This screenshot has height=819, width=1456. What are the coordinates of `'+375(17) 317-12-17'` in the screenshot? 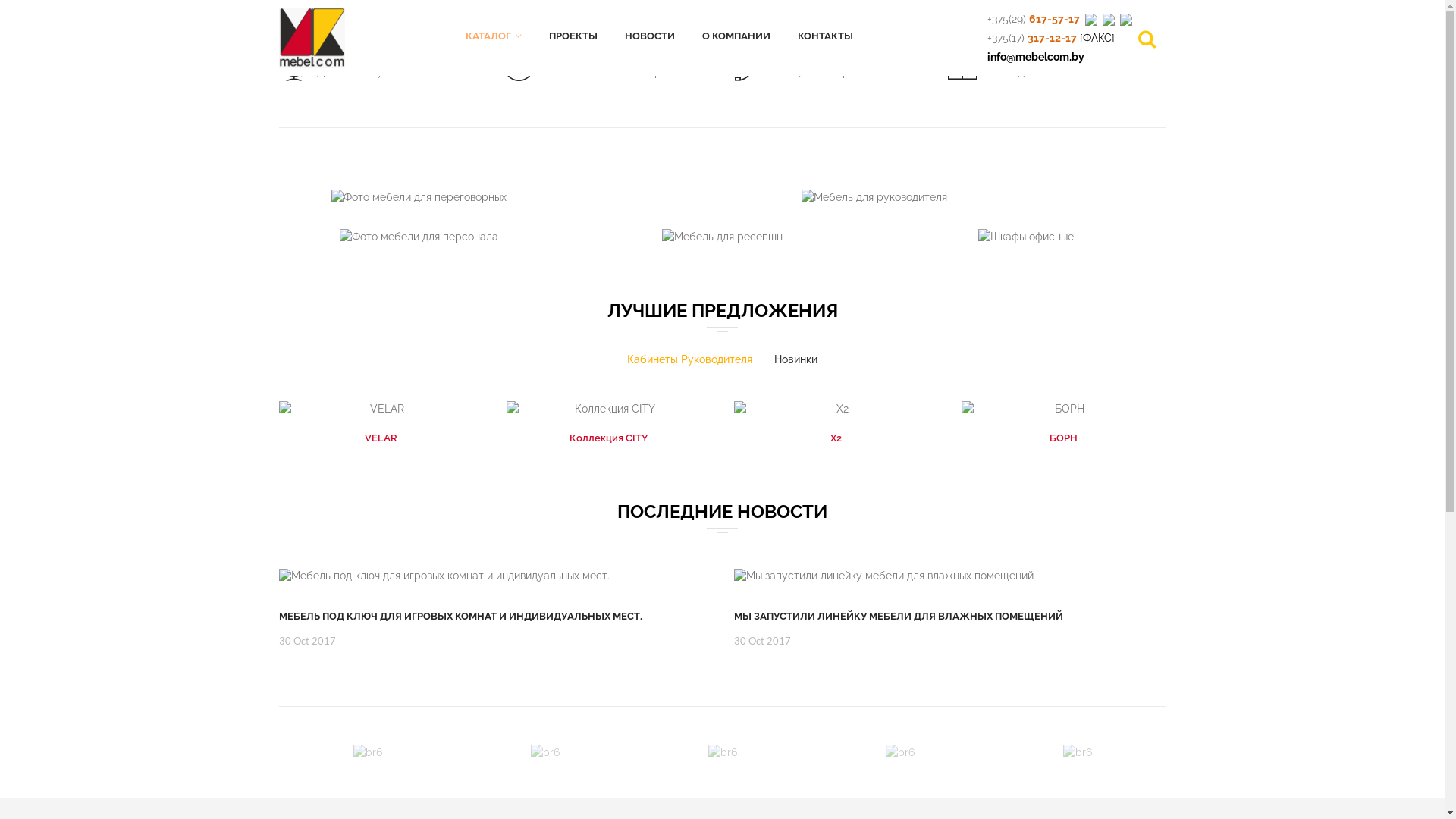 It's located at (1031, 37).